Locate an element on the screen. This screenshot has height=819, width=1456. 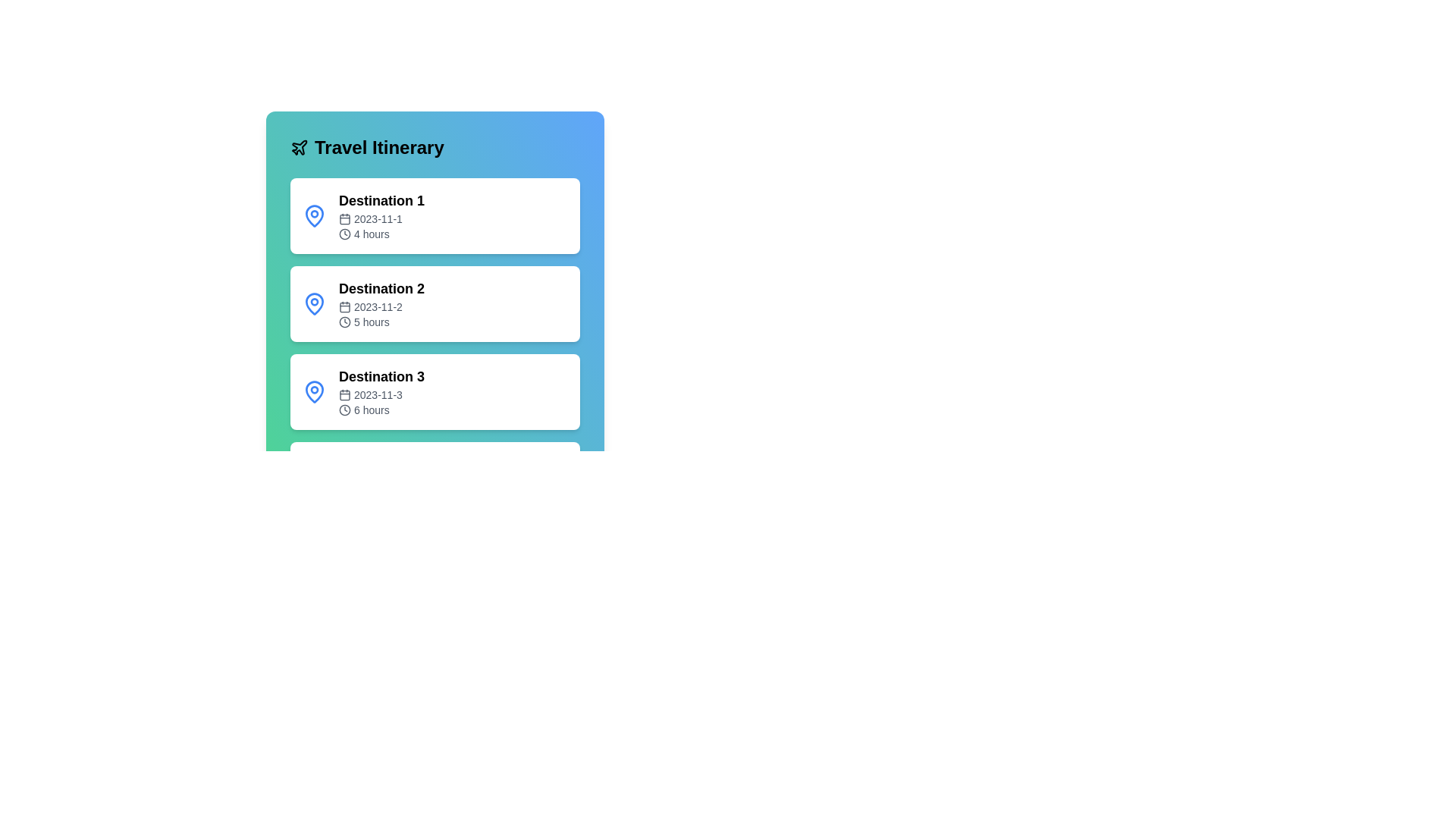
the first card titled 'Destination 1' in the 'Travel Itinerary' section, which displays a date of '2023-11-1' and a duration of '4 hours' is located at coordinates (435, 216).